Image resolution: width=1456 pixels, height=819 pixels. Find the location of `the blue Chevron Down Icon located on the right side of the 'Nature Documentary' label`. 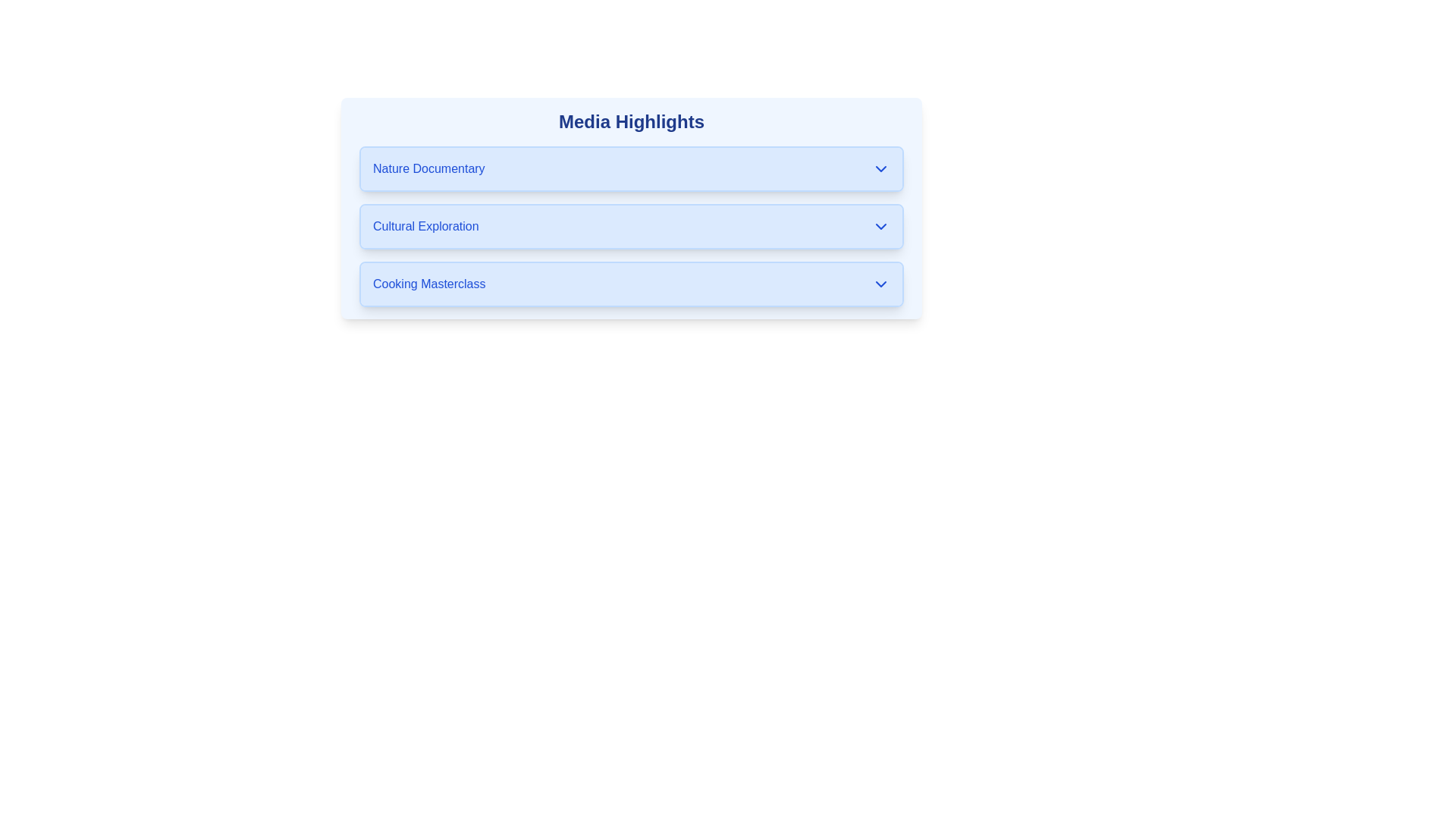

the blue Chevron Down Icon located on the right side of the 'Nature Documentary' label is located at coordinates (880, 169).